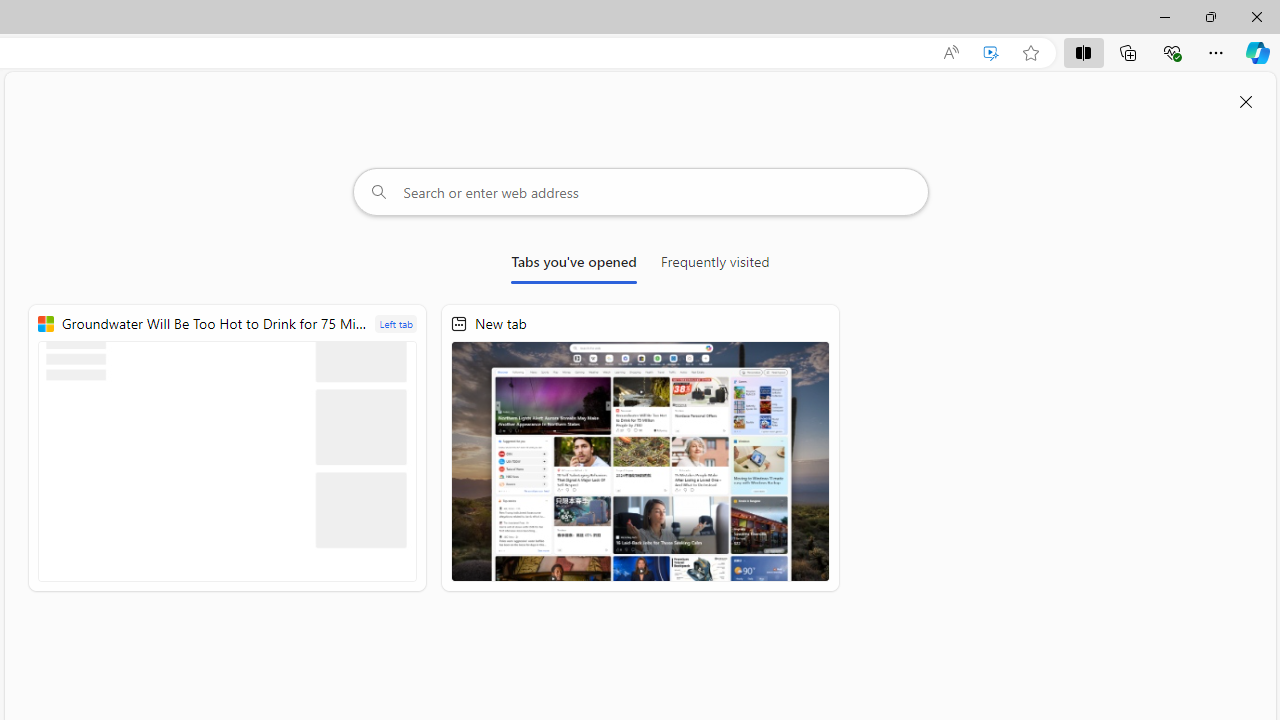 The height and width of the screenshot is (720, 1280). Describe the element at coordinates (573, 265) in the screenshot. I see `'Tabs you'` at that location.